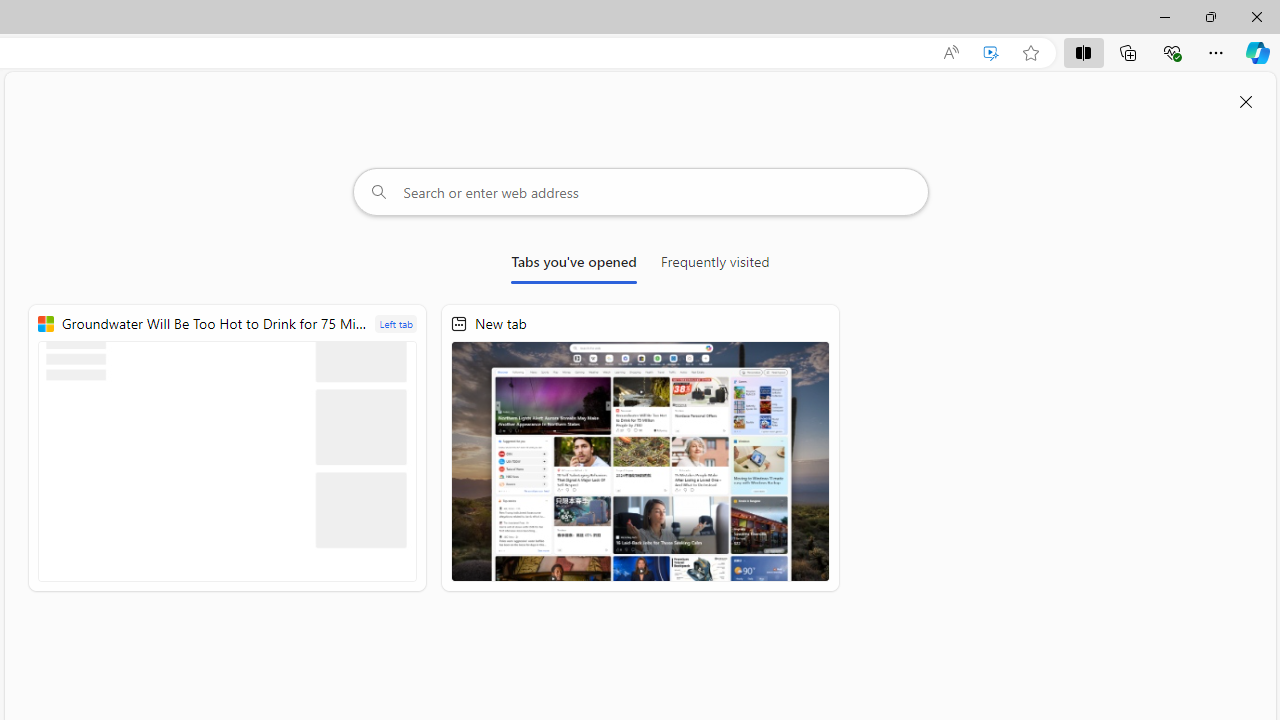 The height and width of the screenshot is (720, 1280). Describe the element at coordinates (573, 265) in the screenshot. I see `'Tabs you'` at that location.